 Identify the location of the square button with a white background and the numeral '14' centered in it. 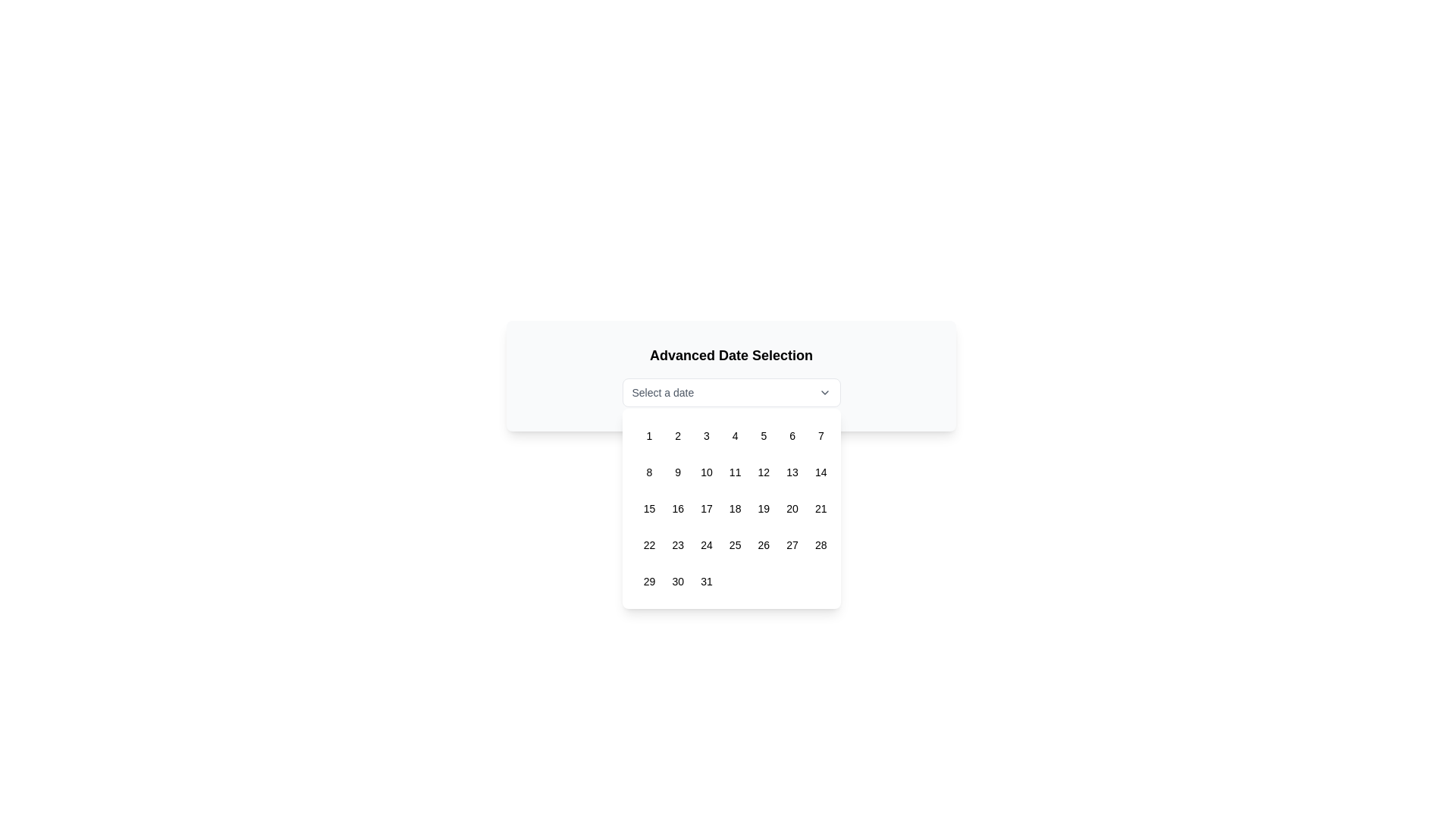
(820, 472).